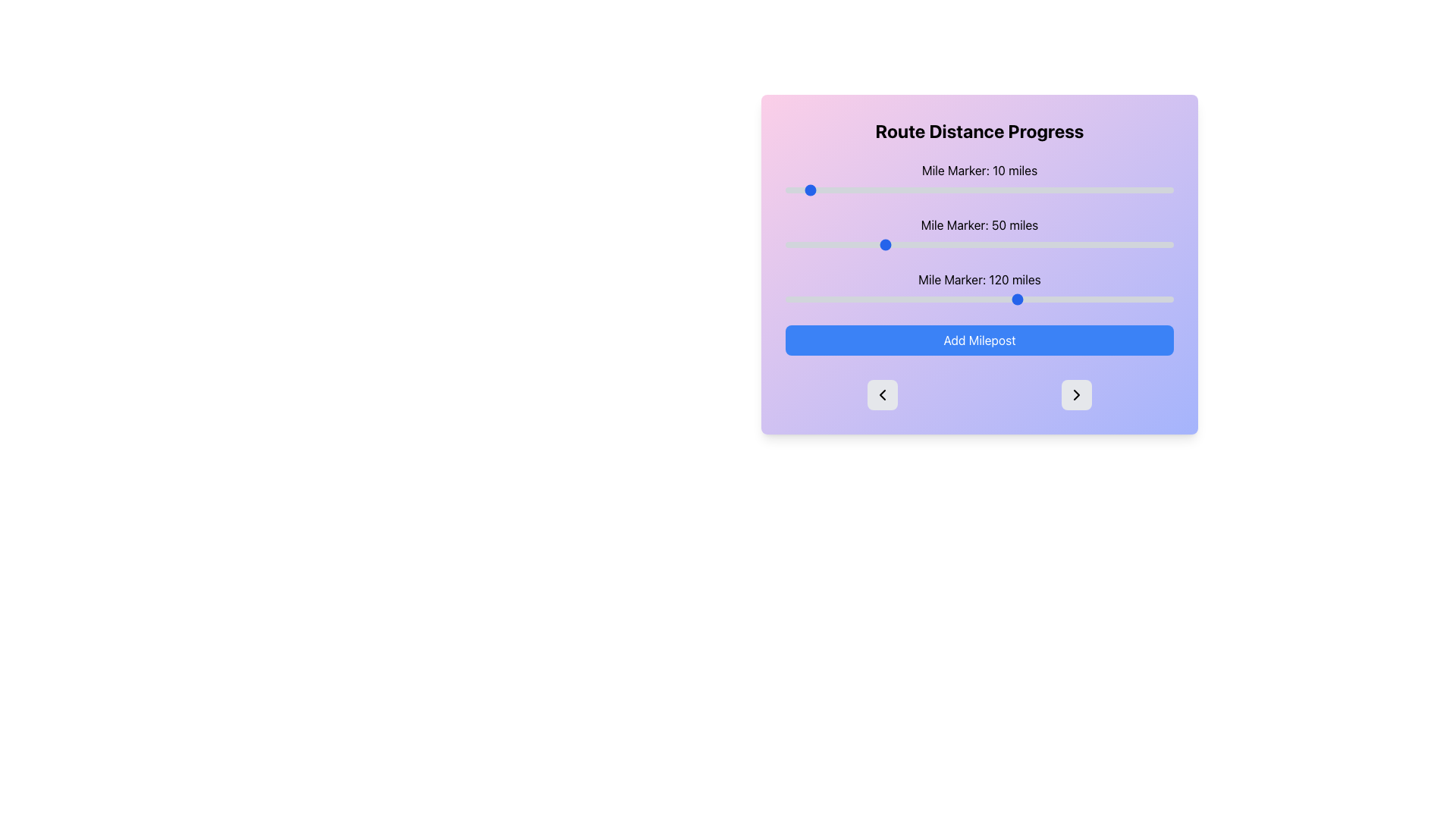 The image size is (1456, 819). What do you see at coordinates (1040, 299) in the screenshot?
I see `the mile marker` at bounding box center [1040, 299].